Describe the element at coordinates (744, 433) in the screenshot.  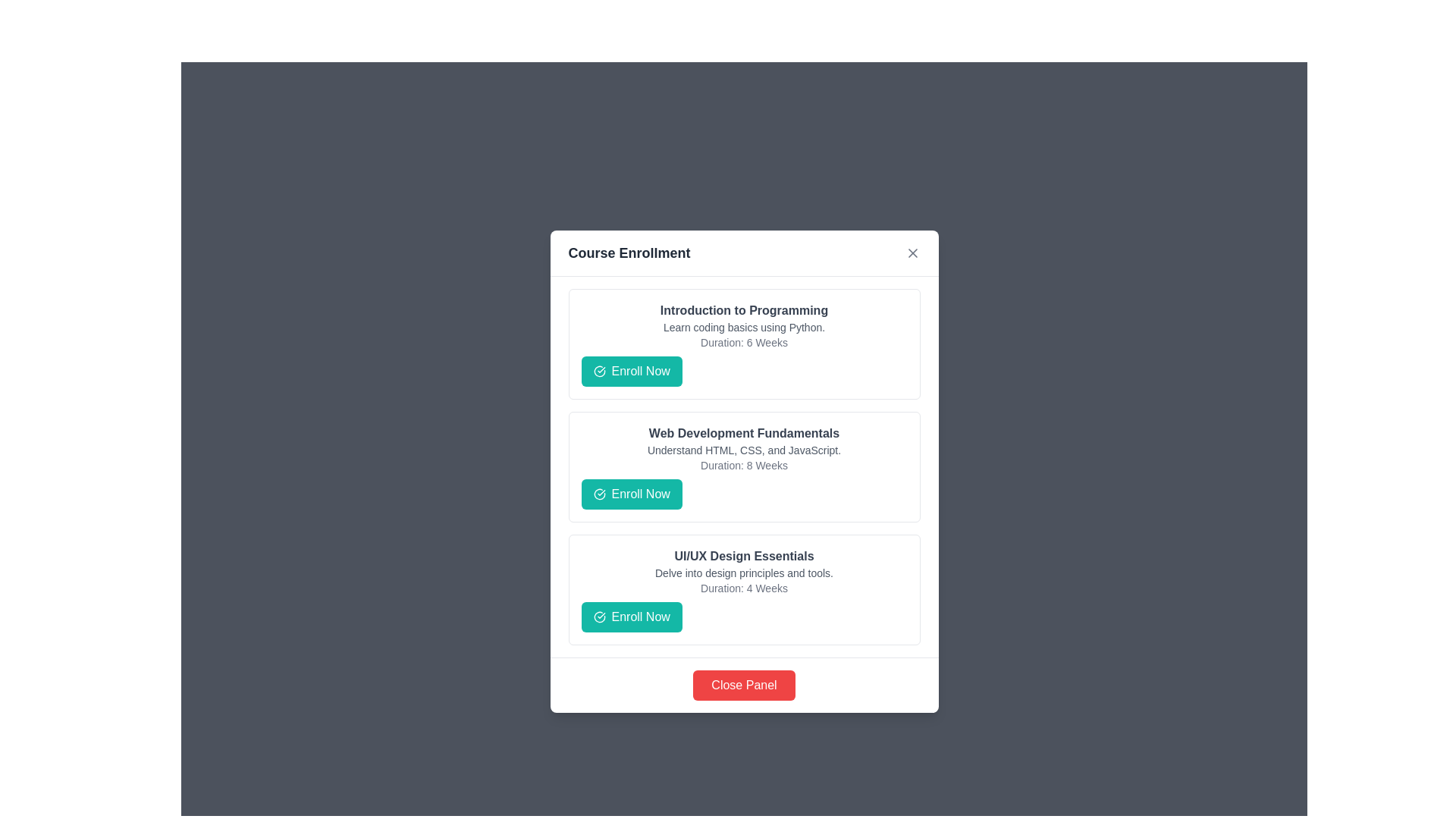
I see `the text label displaying the title of a specific course offering in the 'Course Enrollment' modal` at that location.